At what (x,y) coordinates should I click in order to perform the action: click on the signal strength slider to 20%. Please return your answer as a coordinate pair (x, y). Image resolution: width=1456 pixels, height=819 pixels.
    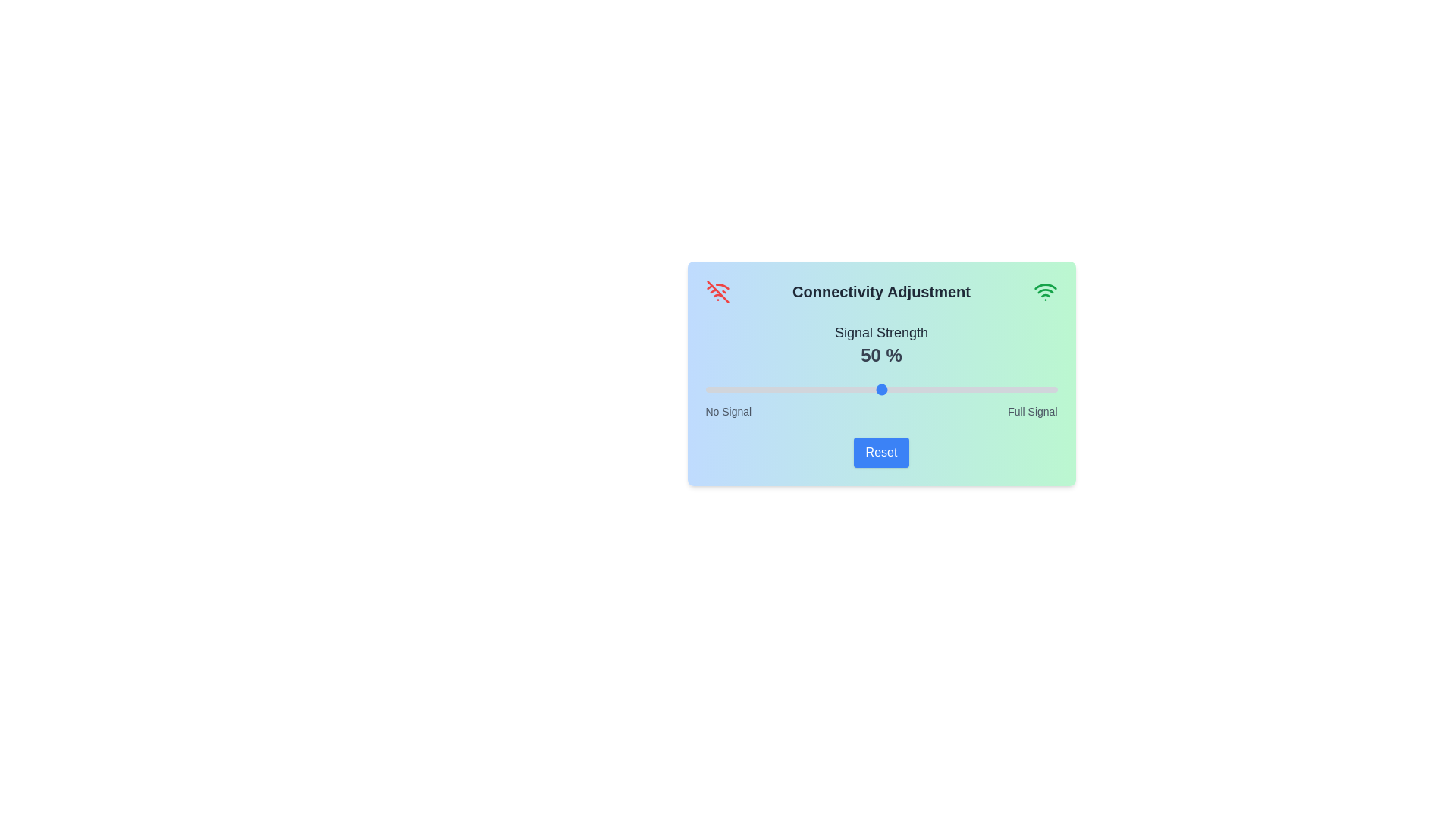
    Looking at the image, I should click on (776, 388).